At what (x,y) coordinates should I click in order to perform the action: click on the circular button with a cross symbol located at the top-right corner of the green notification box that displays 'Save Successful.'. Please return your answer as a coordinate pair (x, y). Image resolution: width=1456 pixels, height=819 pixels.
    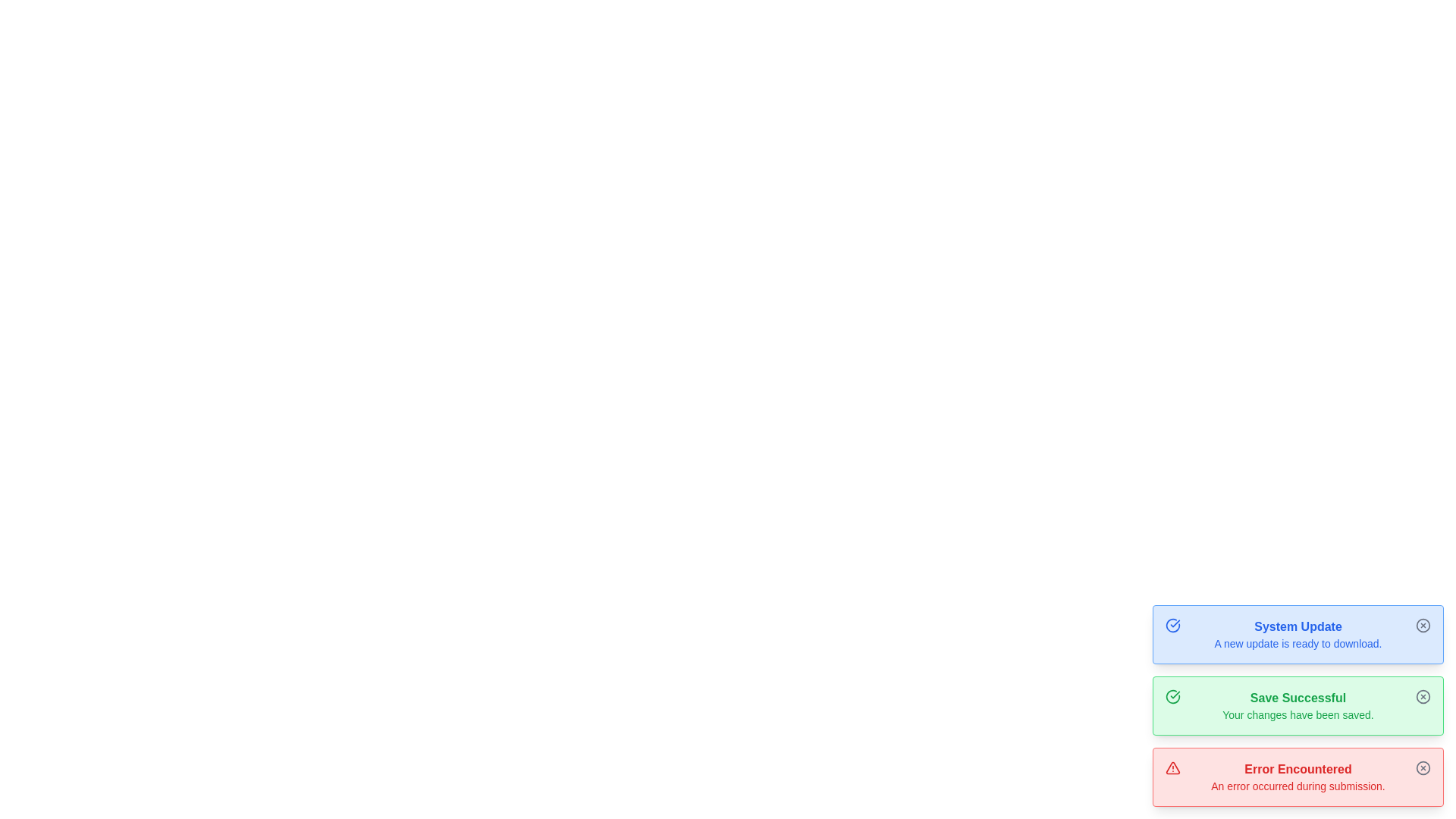
    Looking at the image, I should click on (1422, 696).